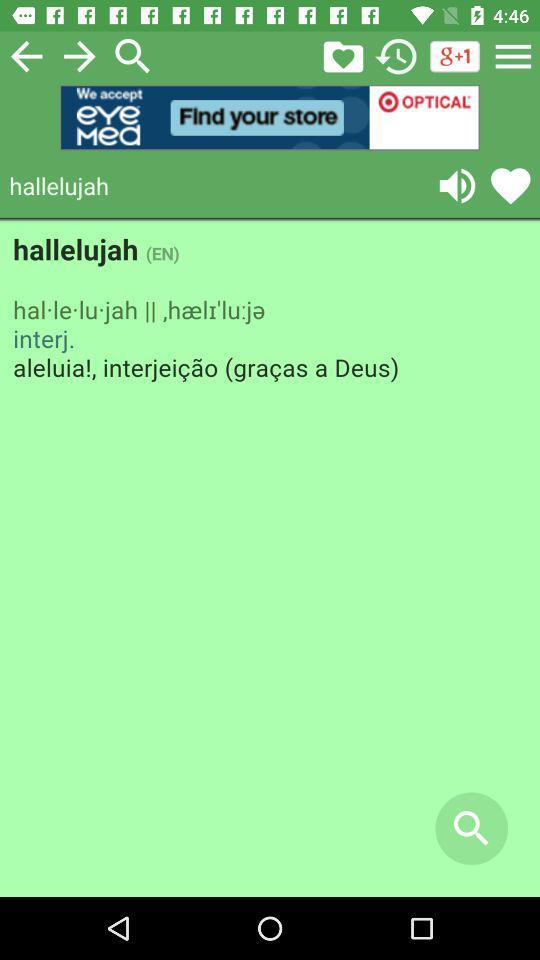  I want to click on the menu icon, so click(513, 55).